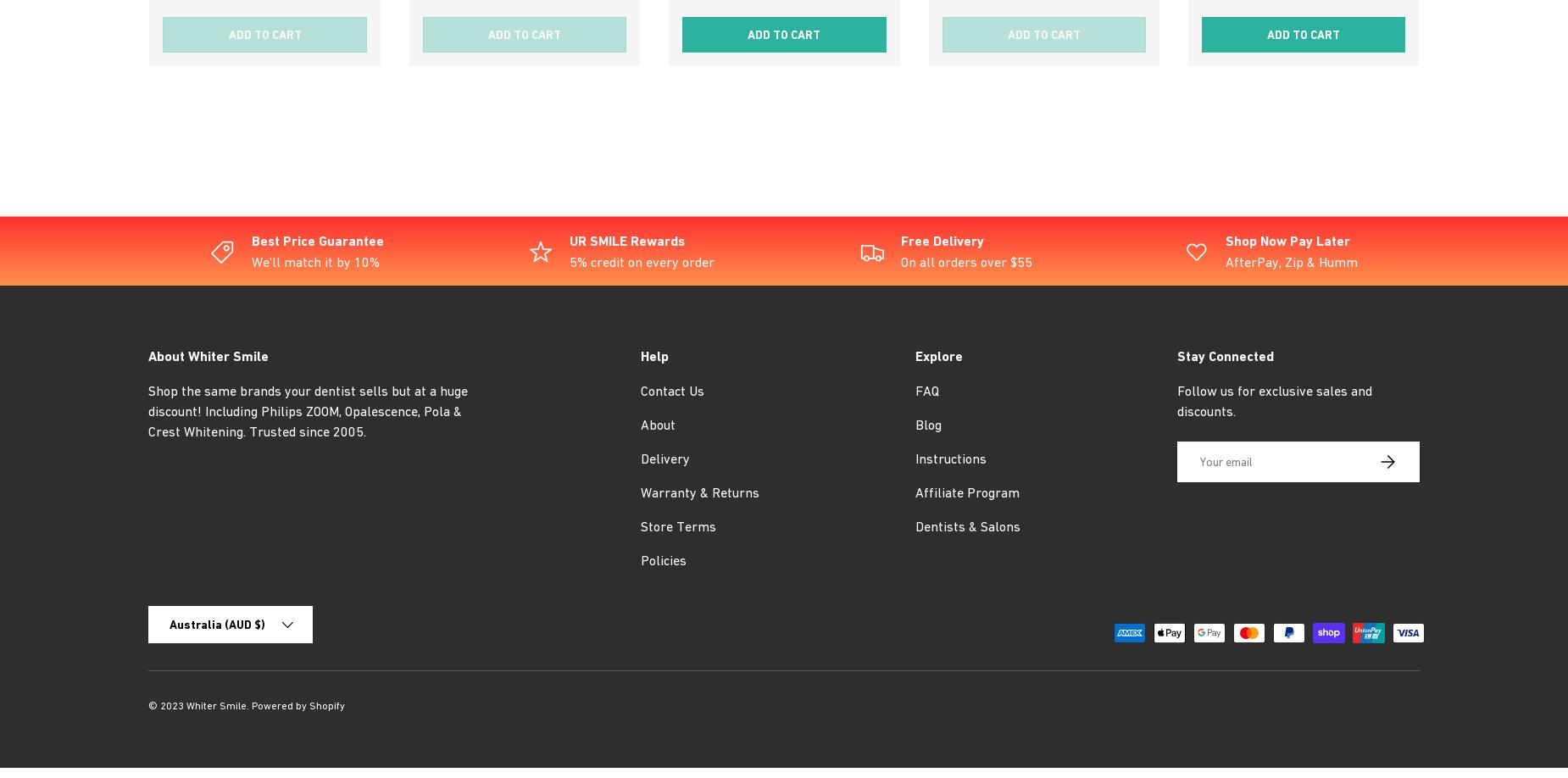  What do you see at coordinates (942, 240) in the screenshot?
I see `'Free Delivery'` at bounding box center [942, 240].